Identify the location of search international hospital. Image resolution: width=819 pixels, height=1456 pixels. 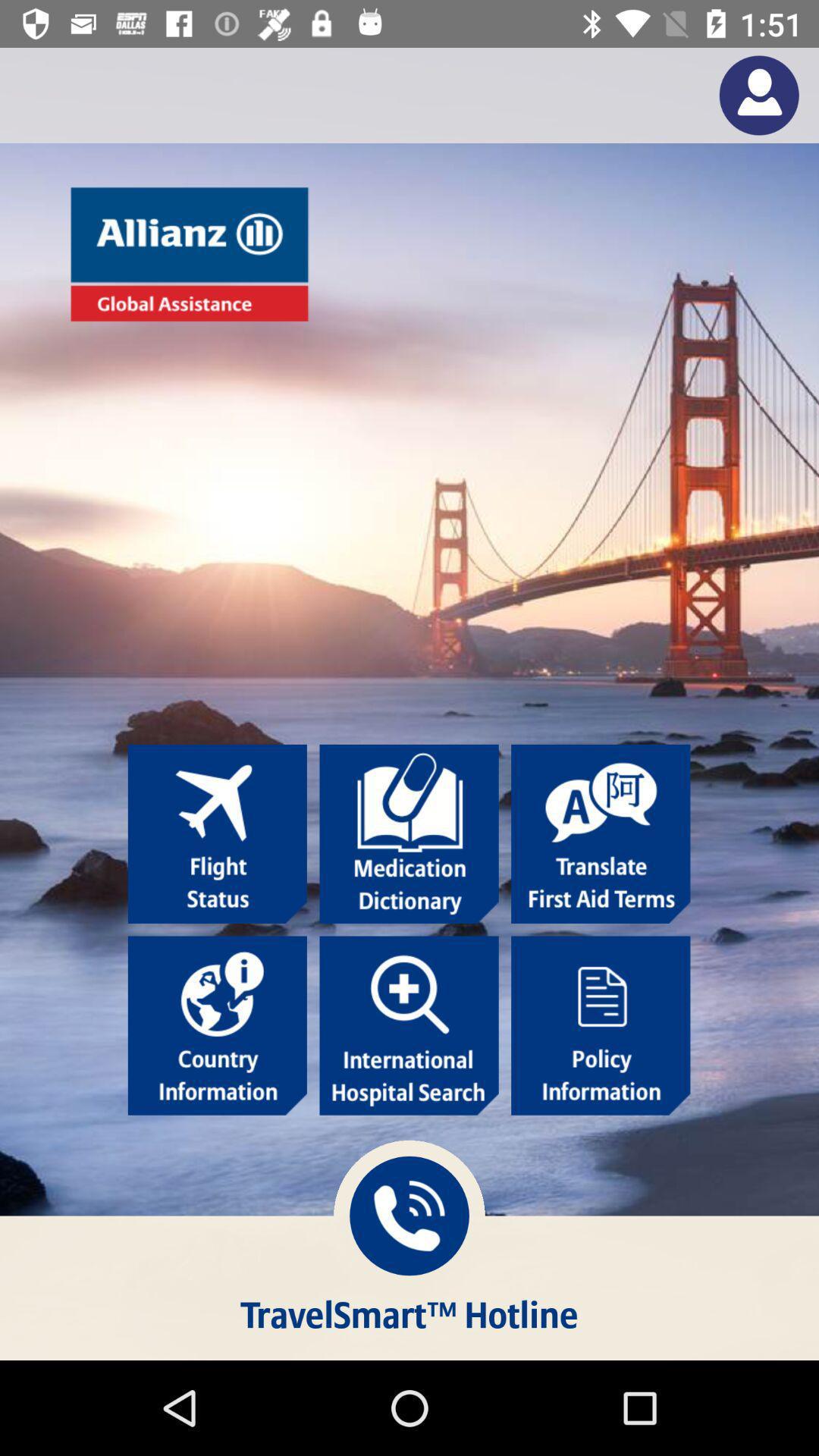
(408, 1025).